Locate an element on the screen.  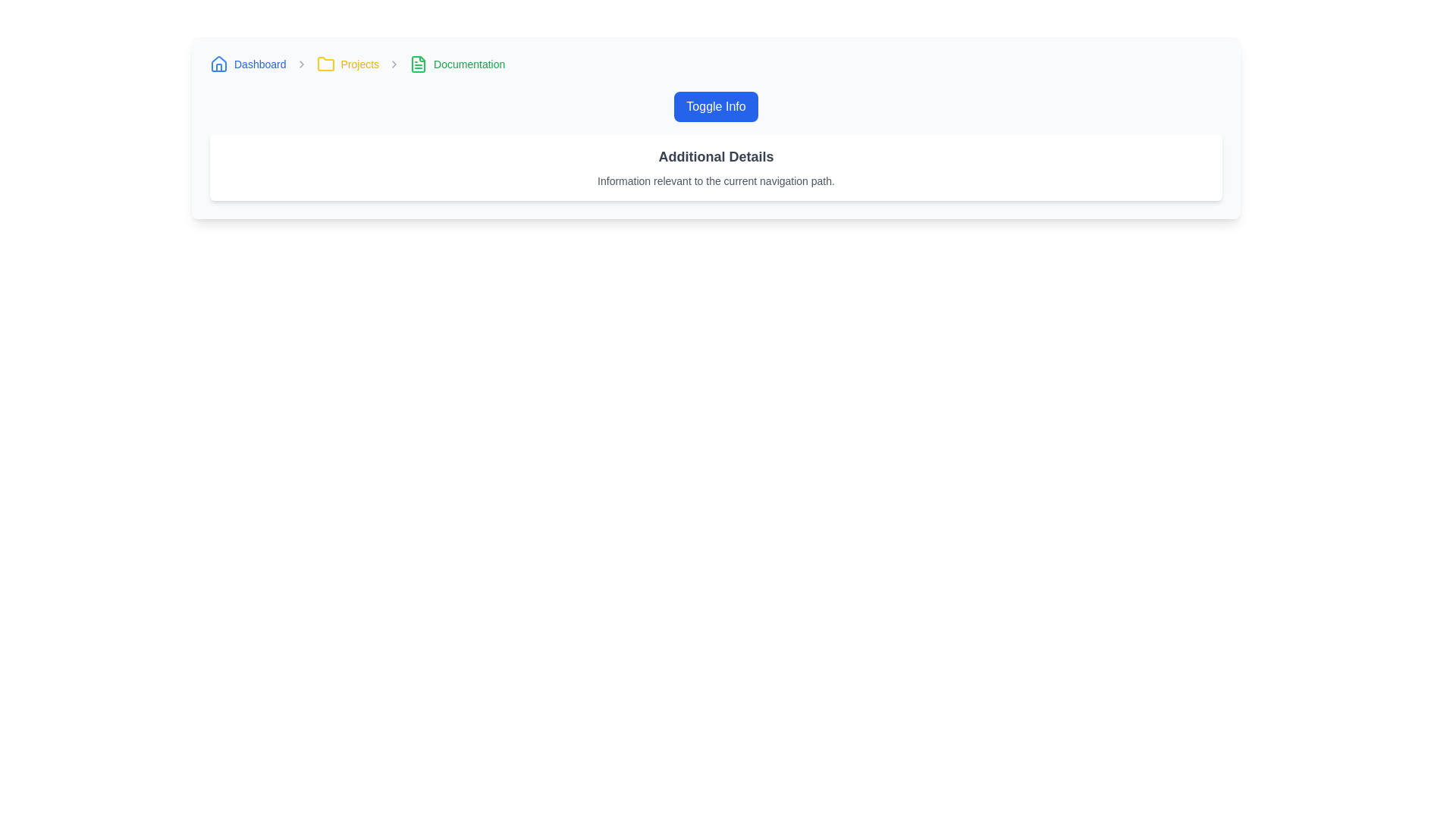
the folder icon in the breadcrumb navigation bar is located at coordinates (325, 63).